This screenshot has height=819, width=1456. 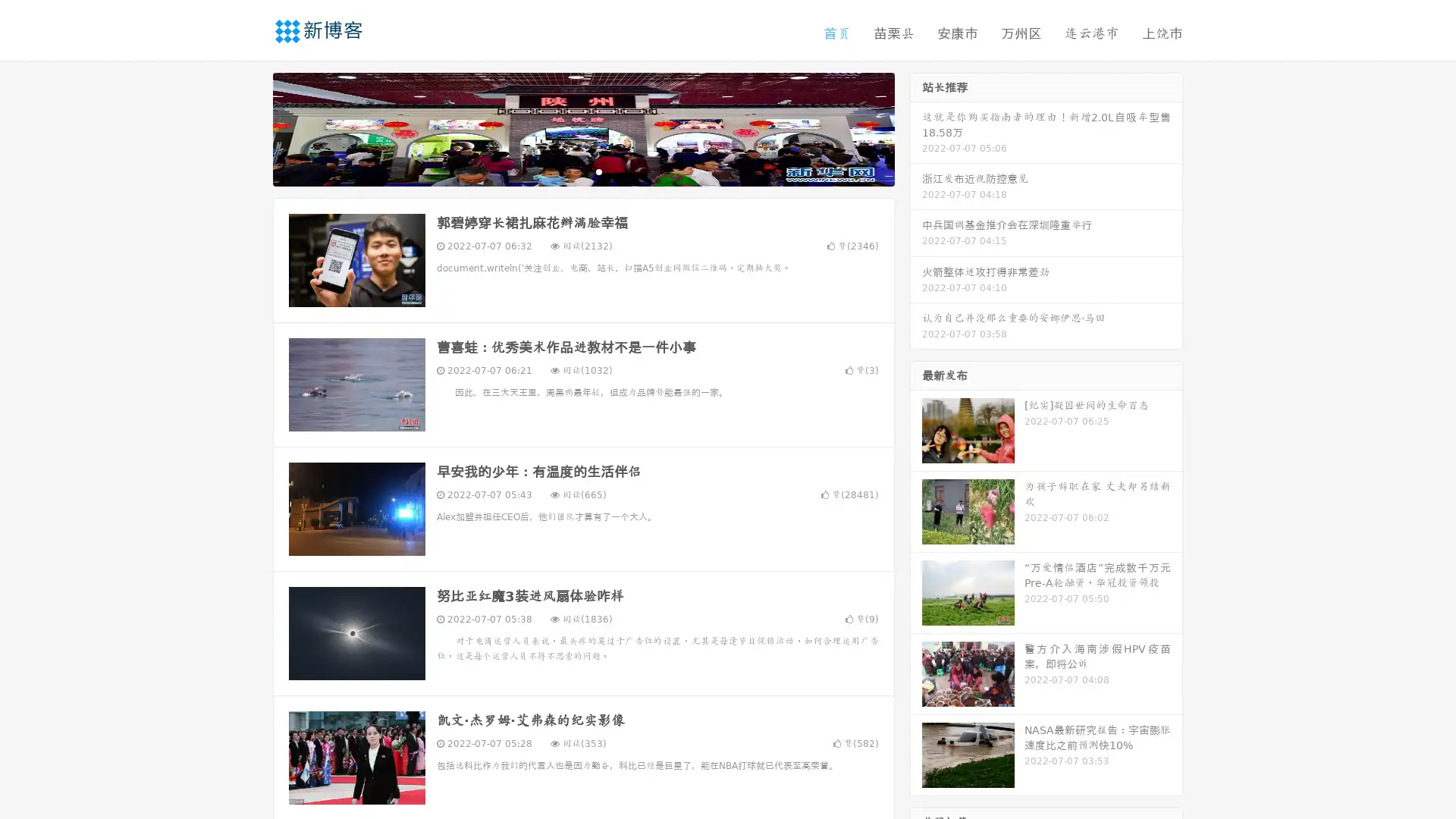 What do you see at coordinates (582, 171) in the screenshot?
I see `Go to slide 2` at bounding box center [582, 171].